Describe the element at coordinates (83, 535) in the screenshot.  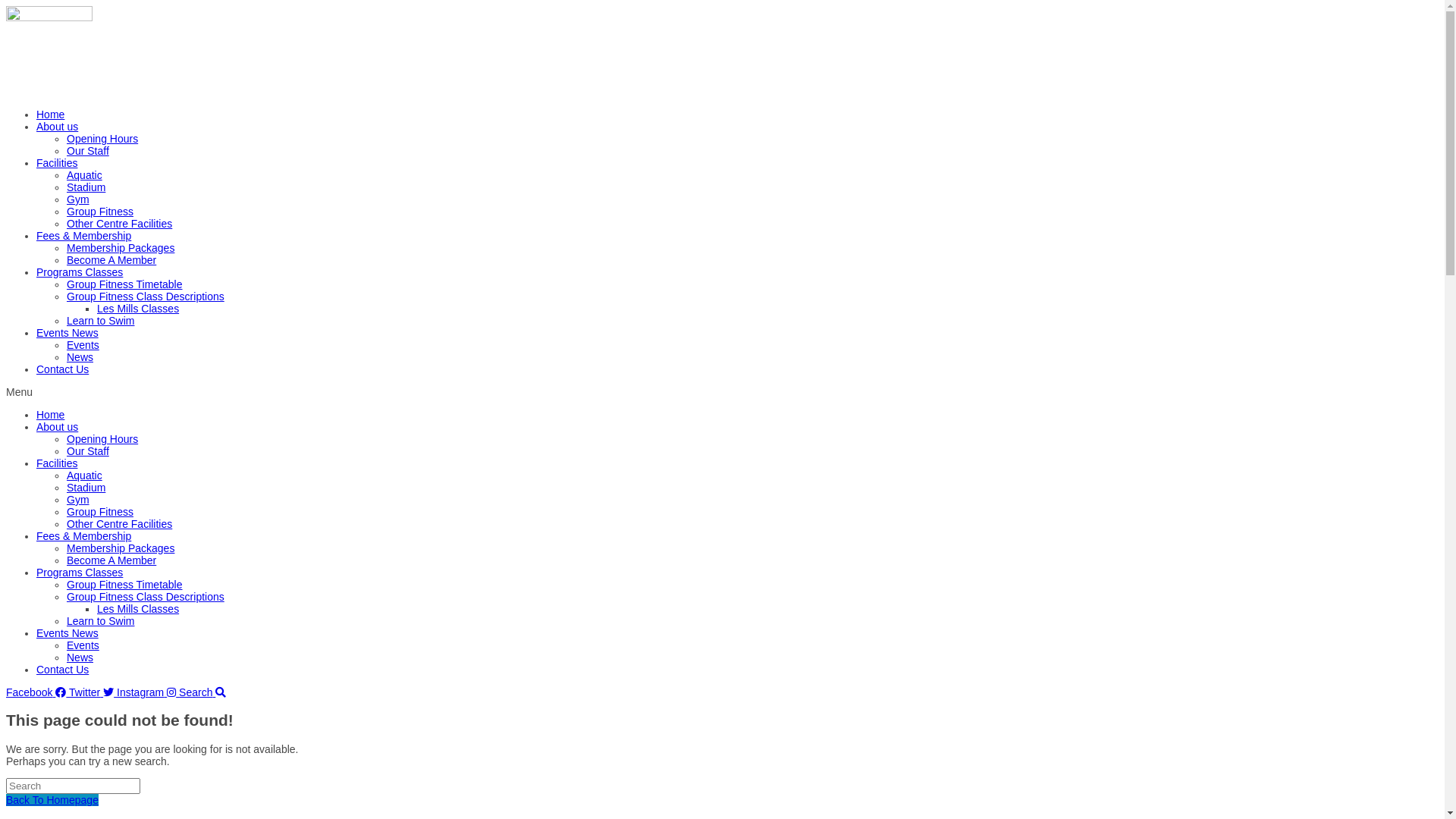
I see `'Fees & Membership'` at that location.